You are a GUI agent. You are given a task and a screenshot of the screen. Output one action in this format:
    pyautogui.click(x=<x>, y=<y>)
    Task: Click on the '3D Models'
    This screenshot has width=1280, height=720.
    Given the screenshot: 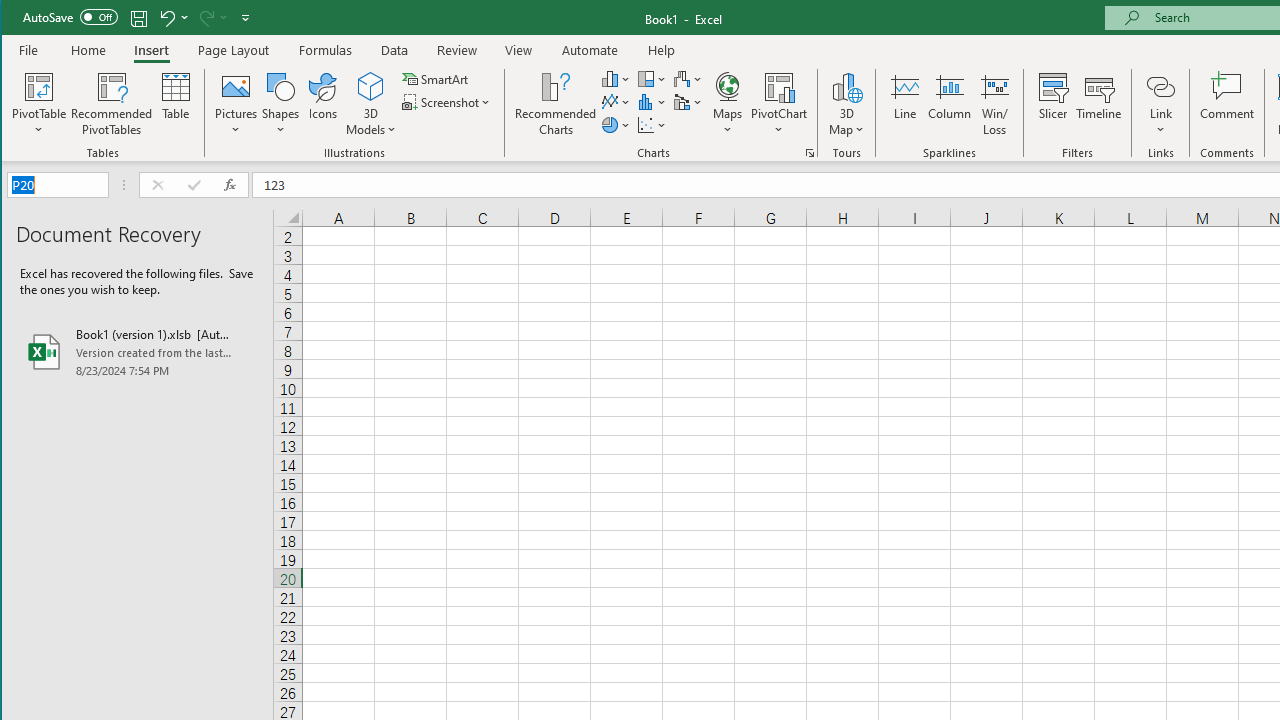 What is the action you would take?
    pyautogui.click(x=371, y=85)
    